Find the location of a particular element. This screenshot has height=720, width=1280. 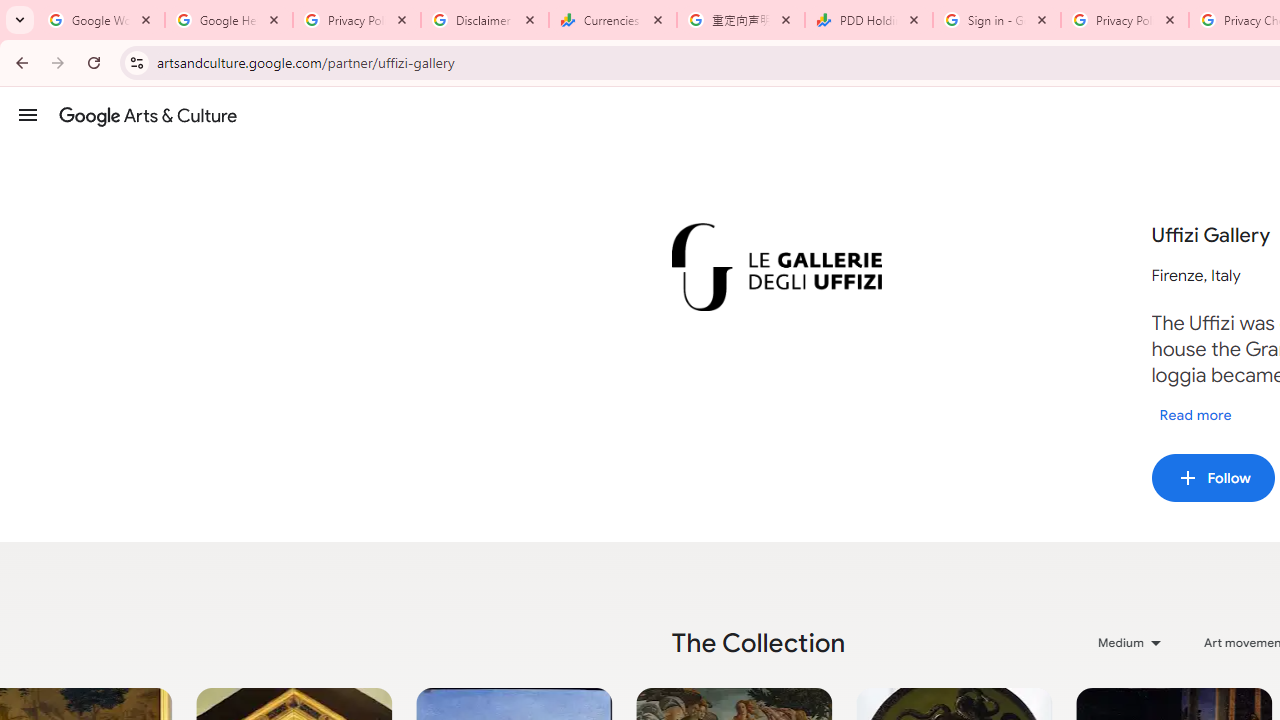

'Currencies - Google Finance' is located at coordinates (612, 20).